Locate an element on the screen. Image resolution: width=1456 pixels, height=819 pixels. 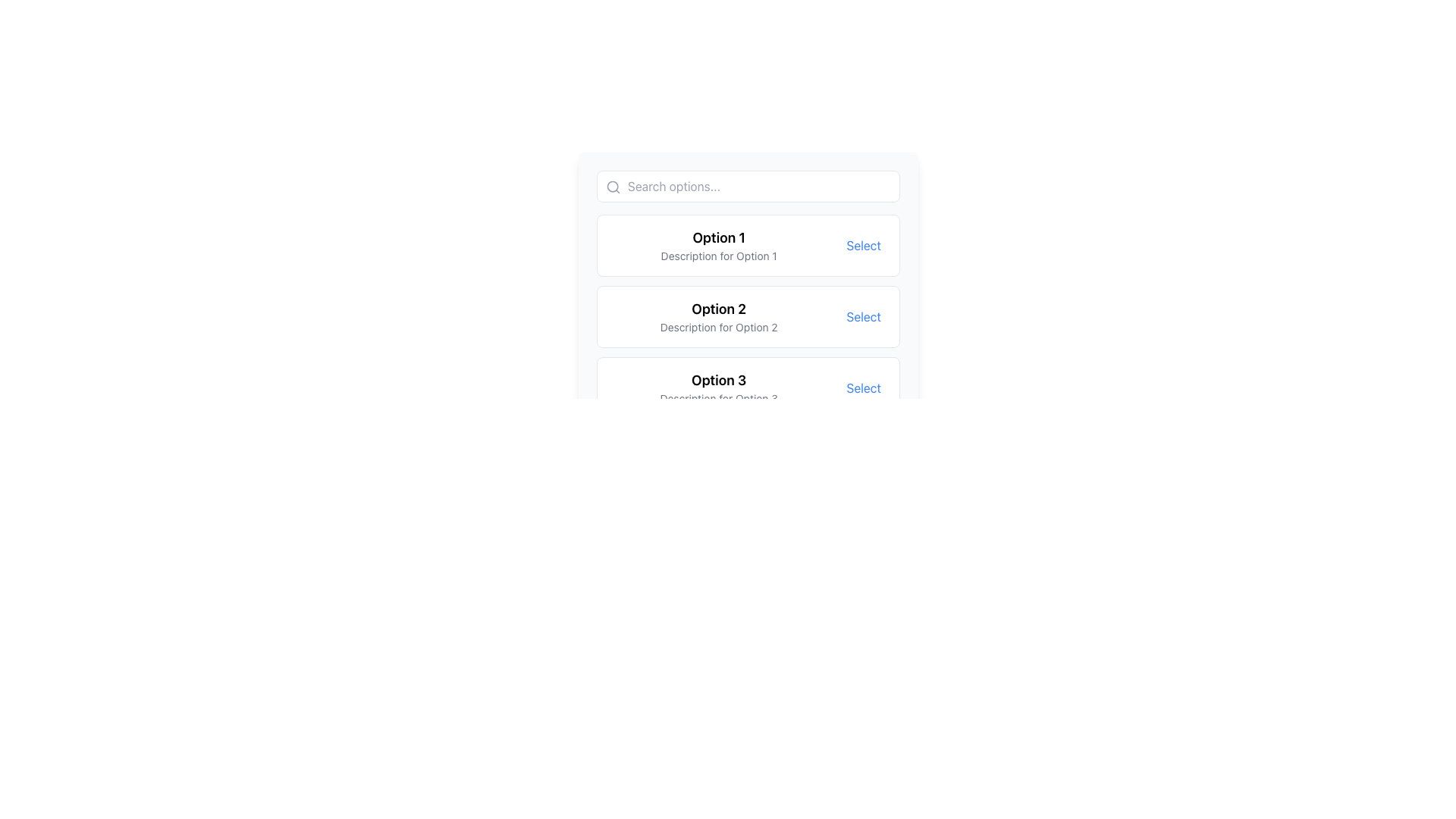
the 'Select' button with blue text color and rounded corners is located at coordinates (864, 245).